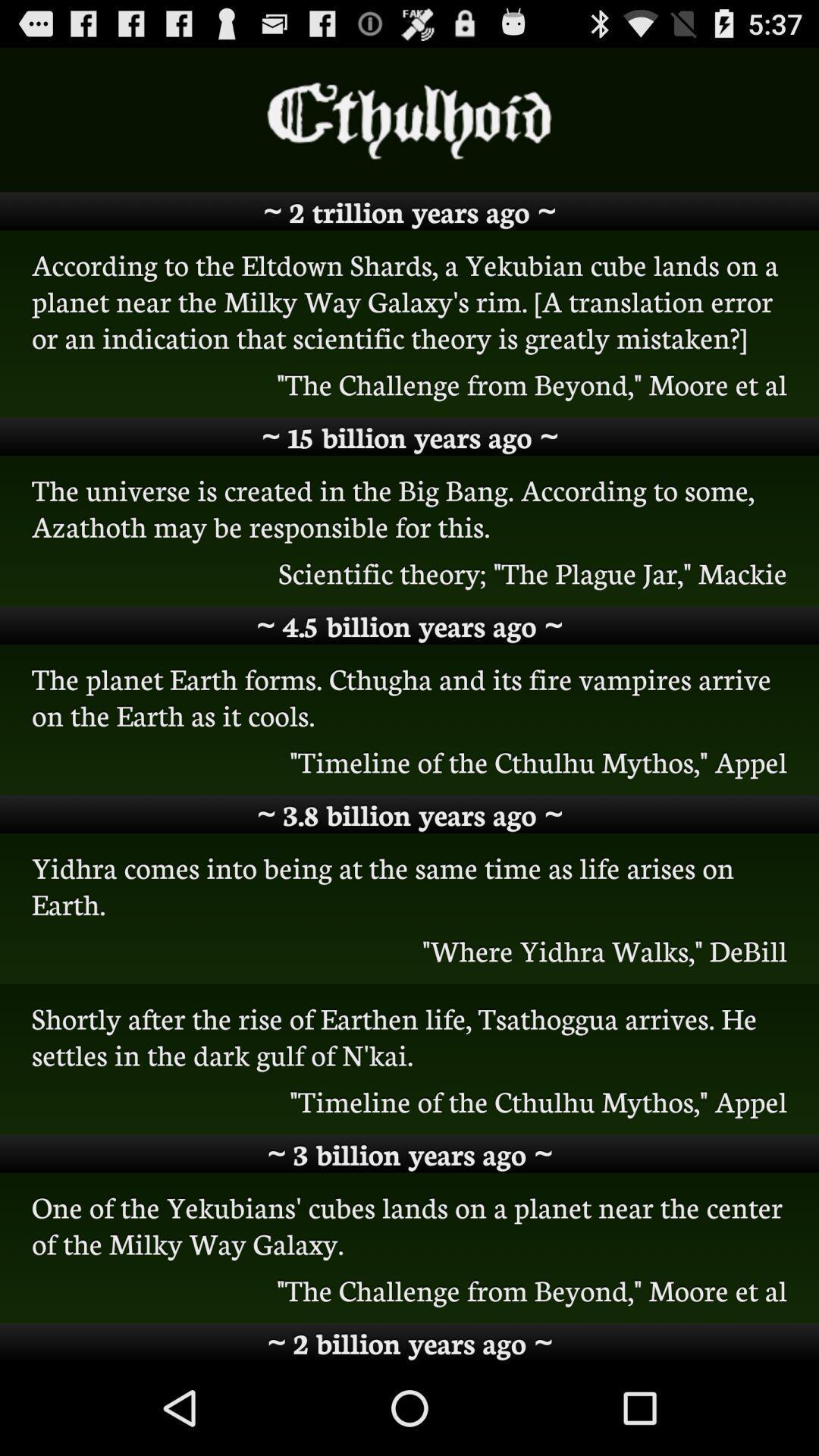  I want to click on the the universe is icon, so click(409, 507).